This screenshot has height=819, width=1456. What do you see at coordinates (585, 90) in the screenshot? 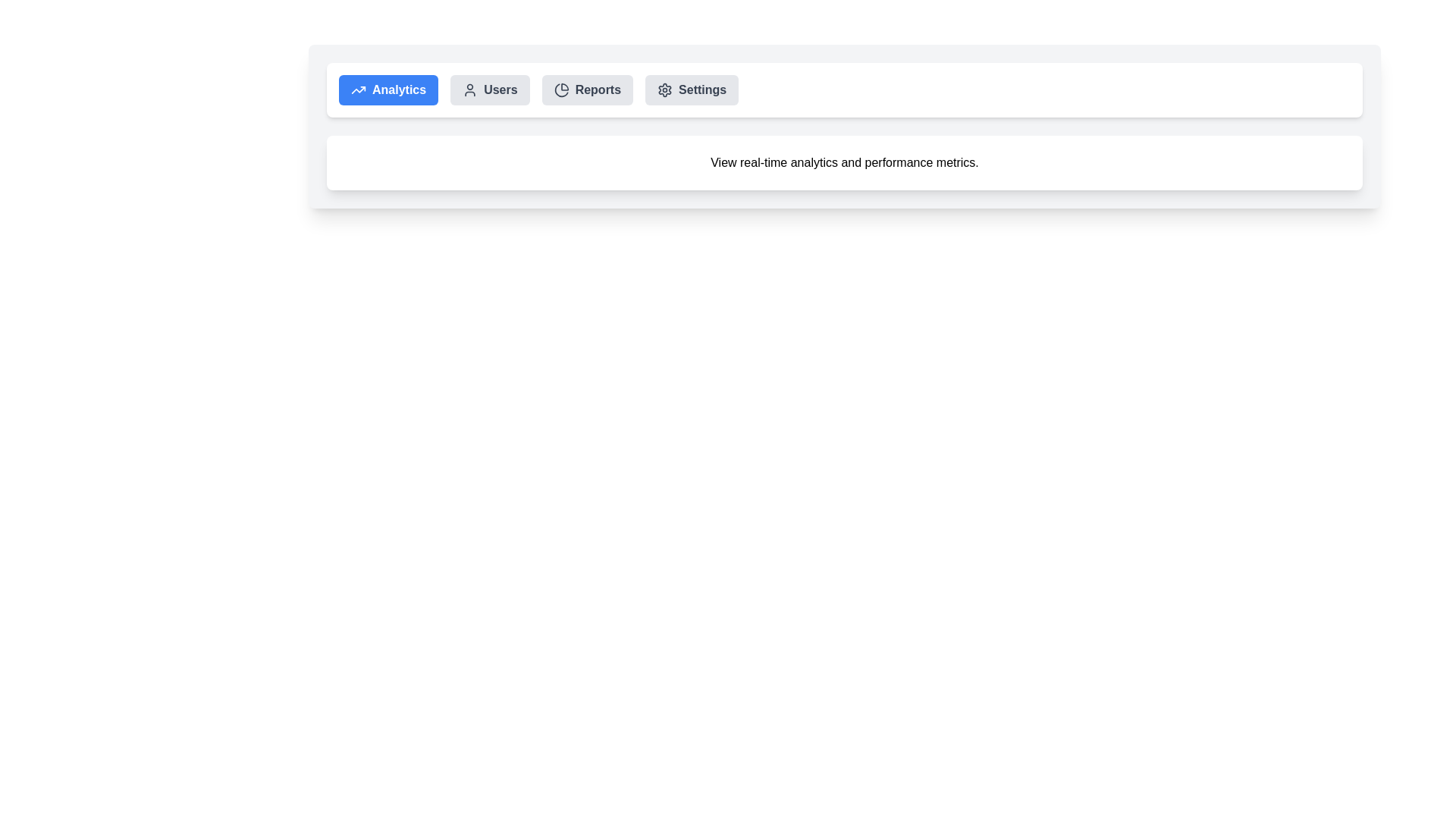
I see `the Reports tab by clicking on it` at bounding box center [585, 90].